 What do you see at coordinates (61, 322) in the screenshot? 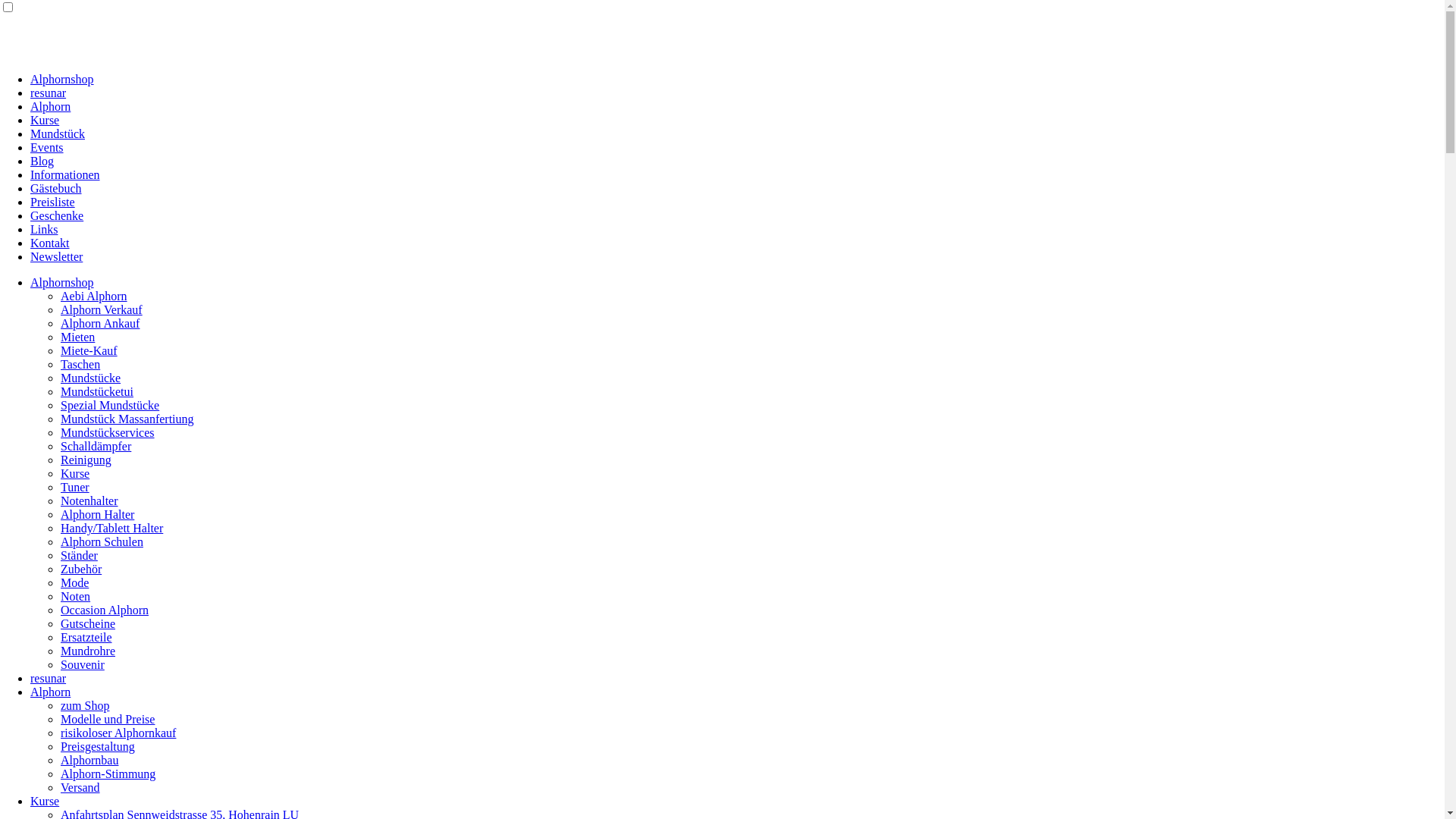
I see `'Alphorn Ankauf'` at bounding box center [61, 322].